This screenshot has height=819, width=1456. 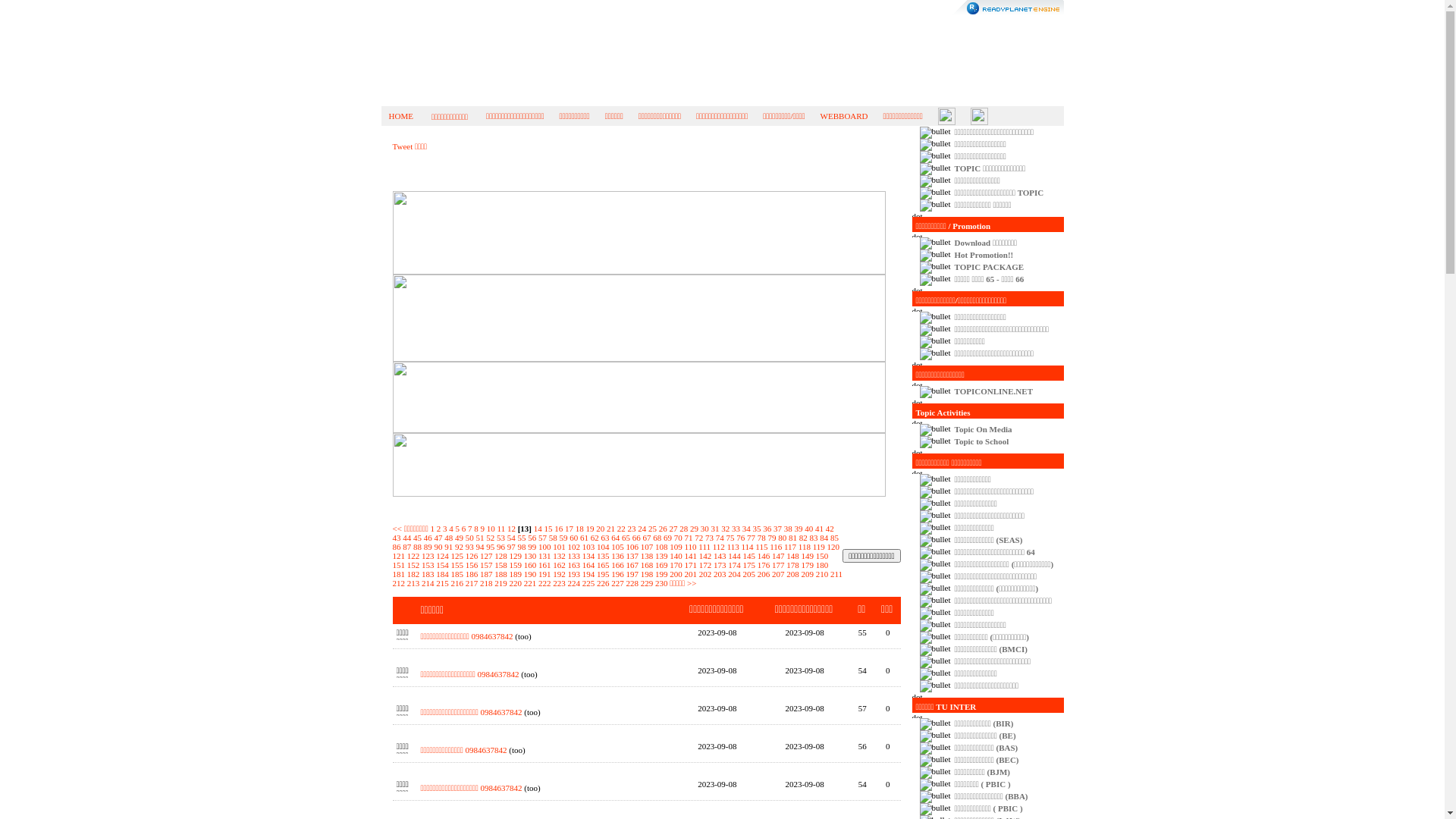 I want to click on 'TOPICONLINE.NET', so click(x=993, y=391).